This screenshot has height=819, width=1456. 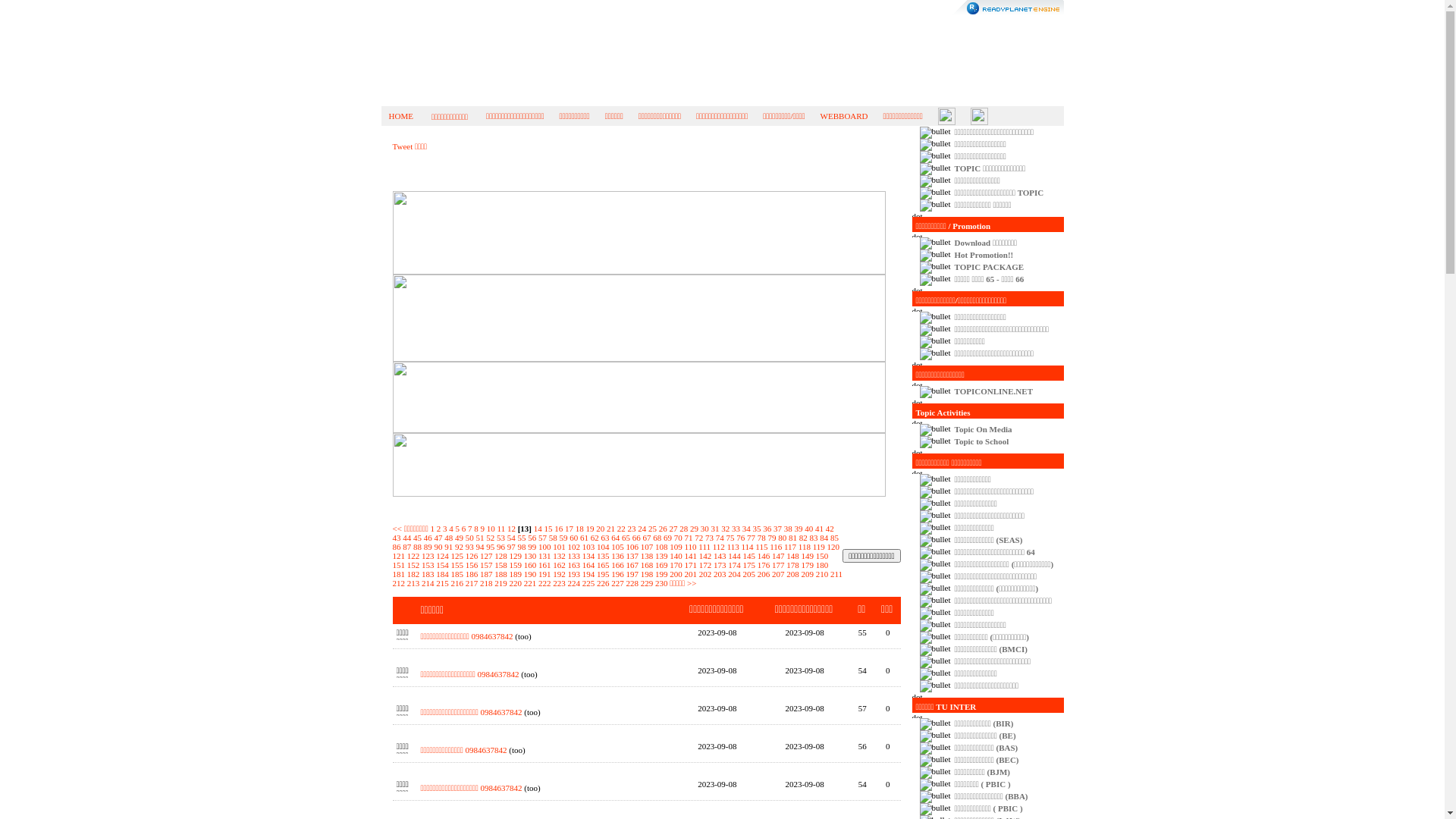 I want to click on 'TOPICONLINE.NET', so click(x=993, y=391).